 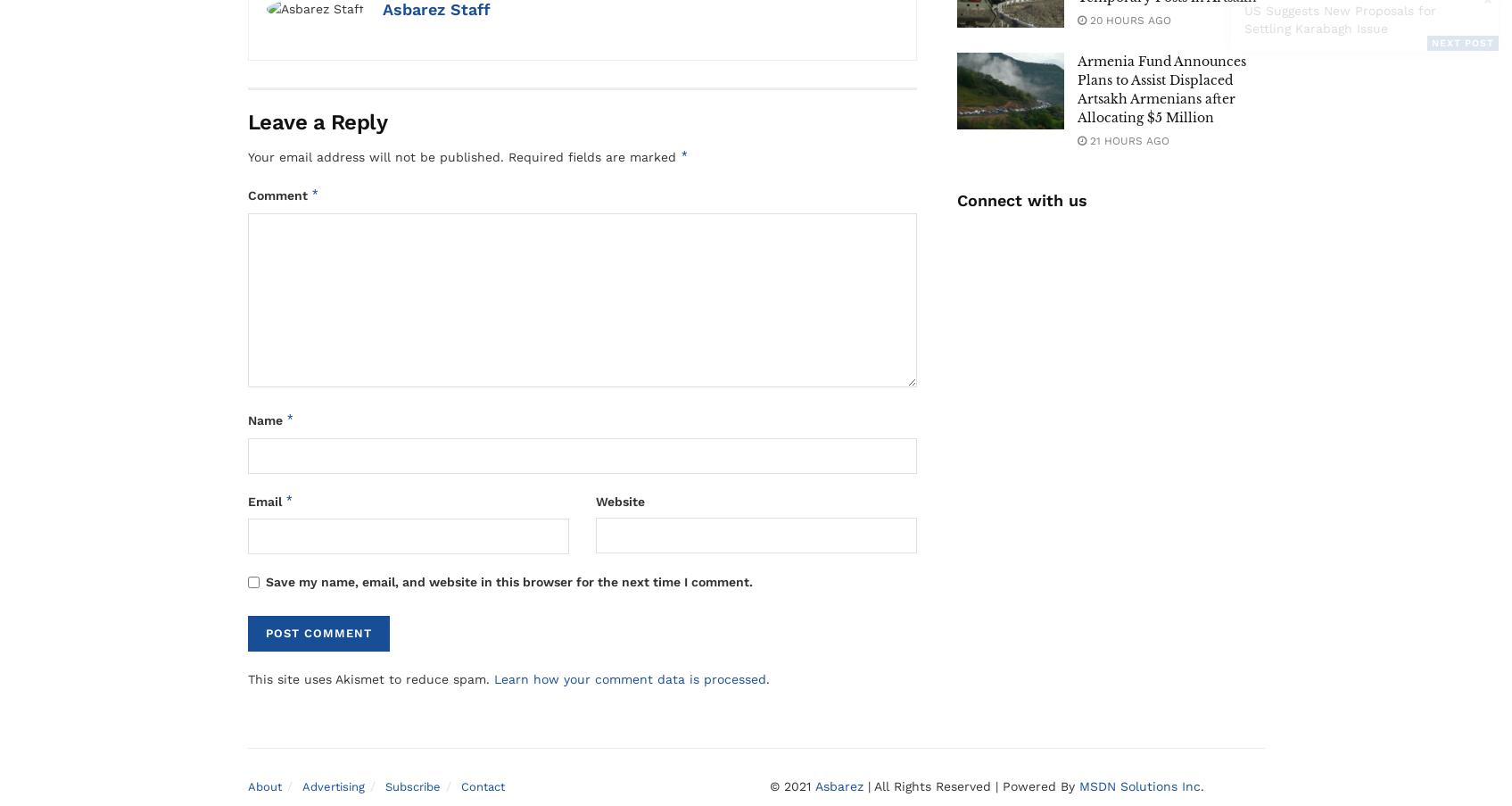 What do you see at coordinates (619, 500) in the screenshot?
I see `'Website'` at bounding box center [619, 500].